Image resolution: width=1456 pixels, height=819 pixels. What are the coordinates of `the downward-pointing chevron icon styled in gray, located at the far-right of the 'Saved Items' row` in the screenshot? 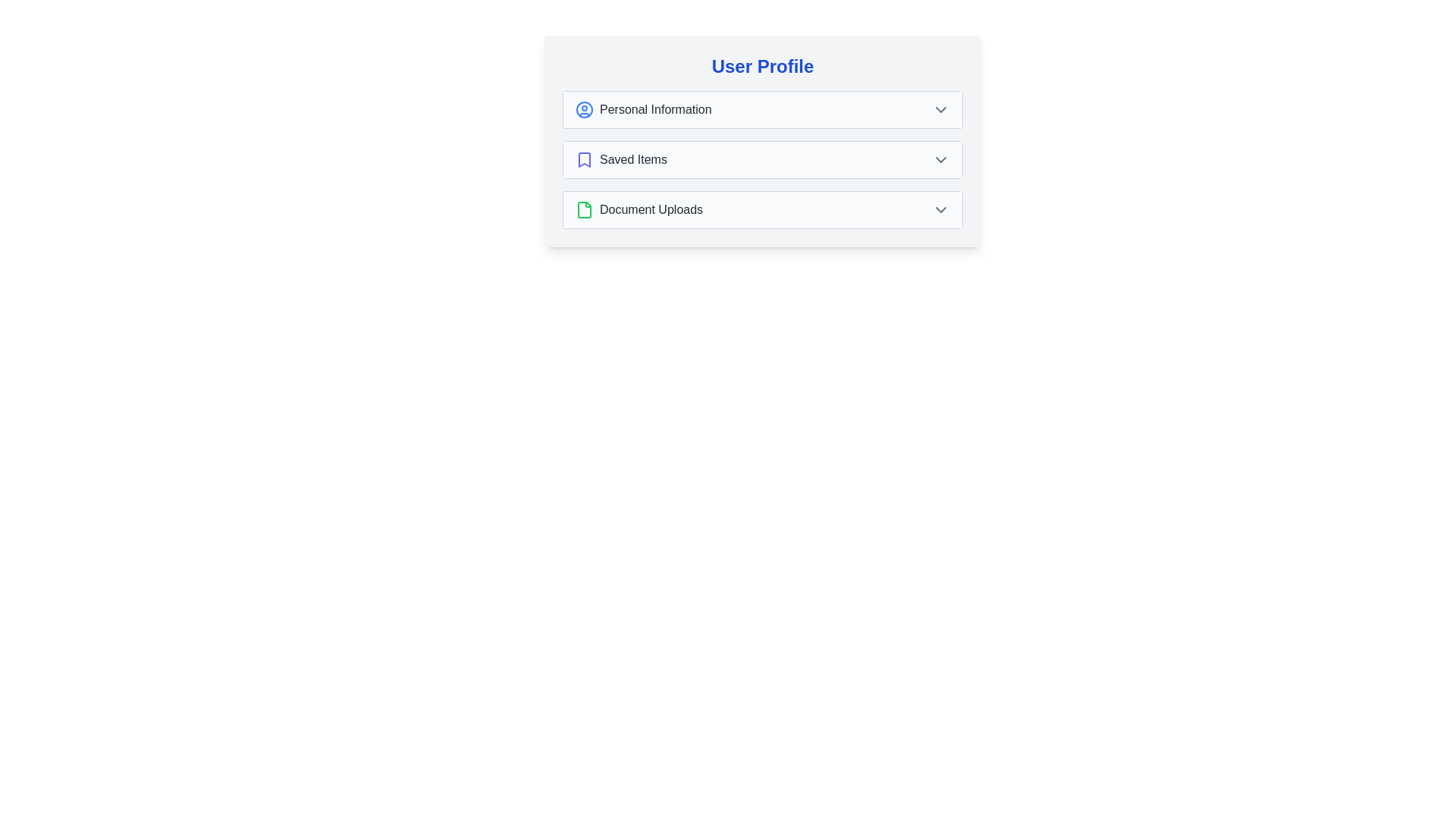 It's located at (940, 160).